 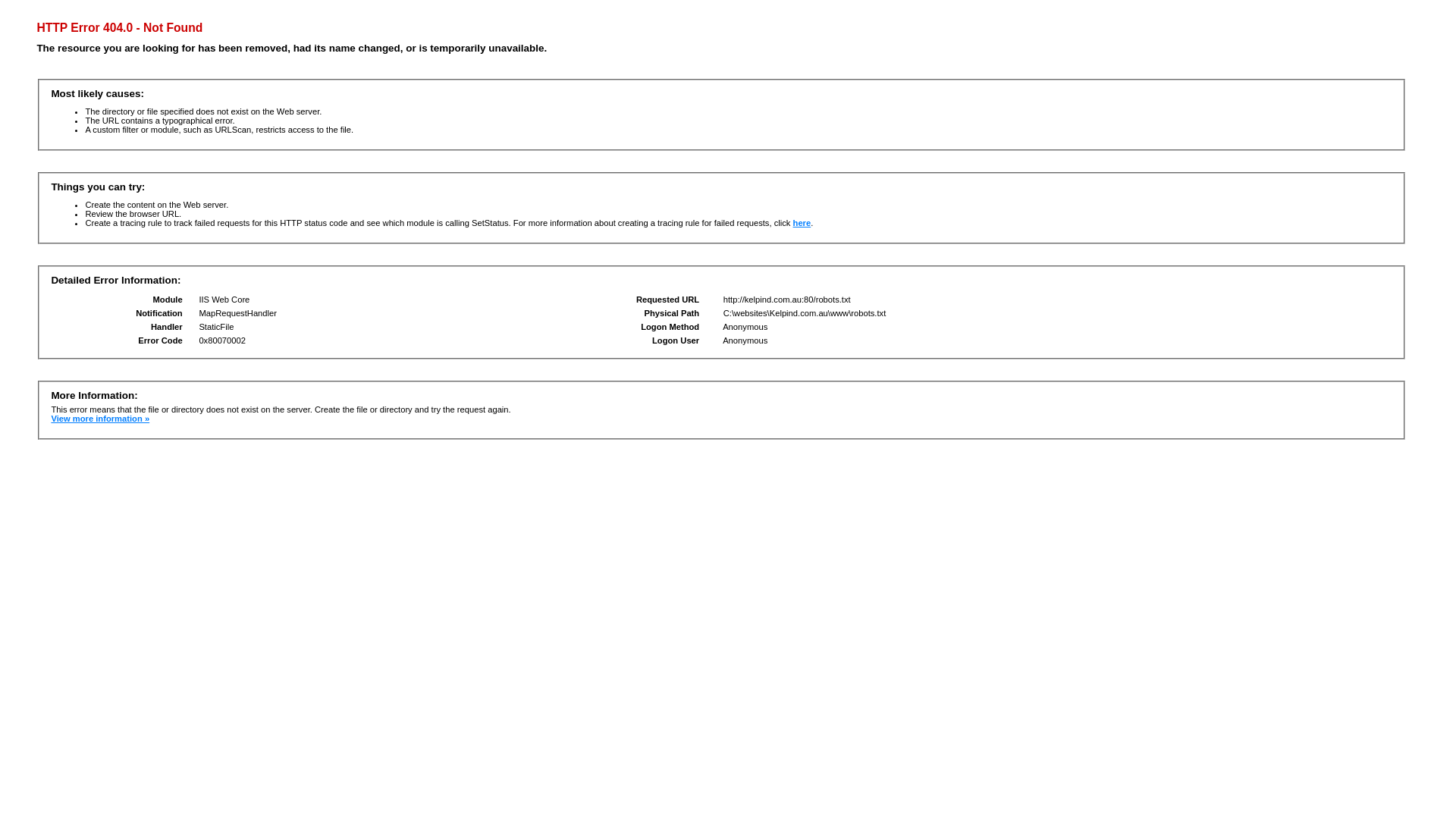 What do you see at coordinates (801, 222) in the screenshot?
I see `'here'` at bounding box center [801, 222].